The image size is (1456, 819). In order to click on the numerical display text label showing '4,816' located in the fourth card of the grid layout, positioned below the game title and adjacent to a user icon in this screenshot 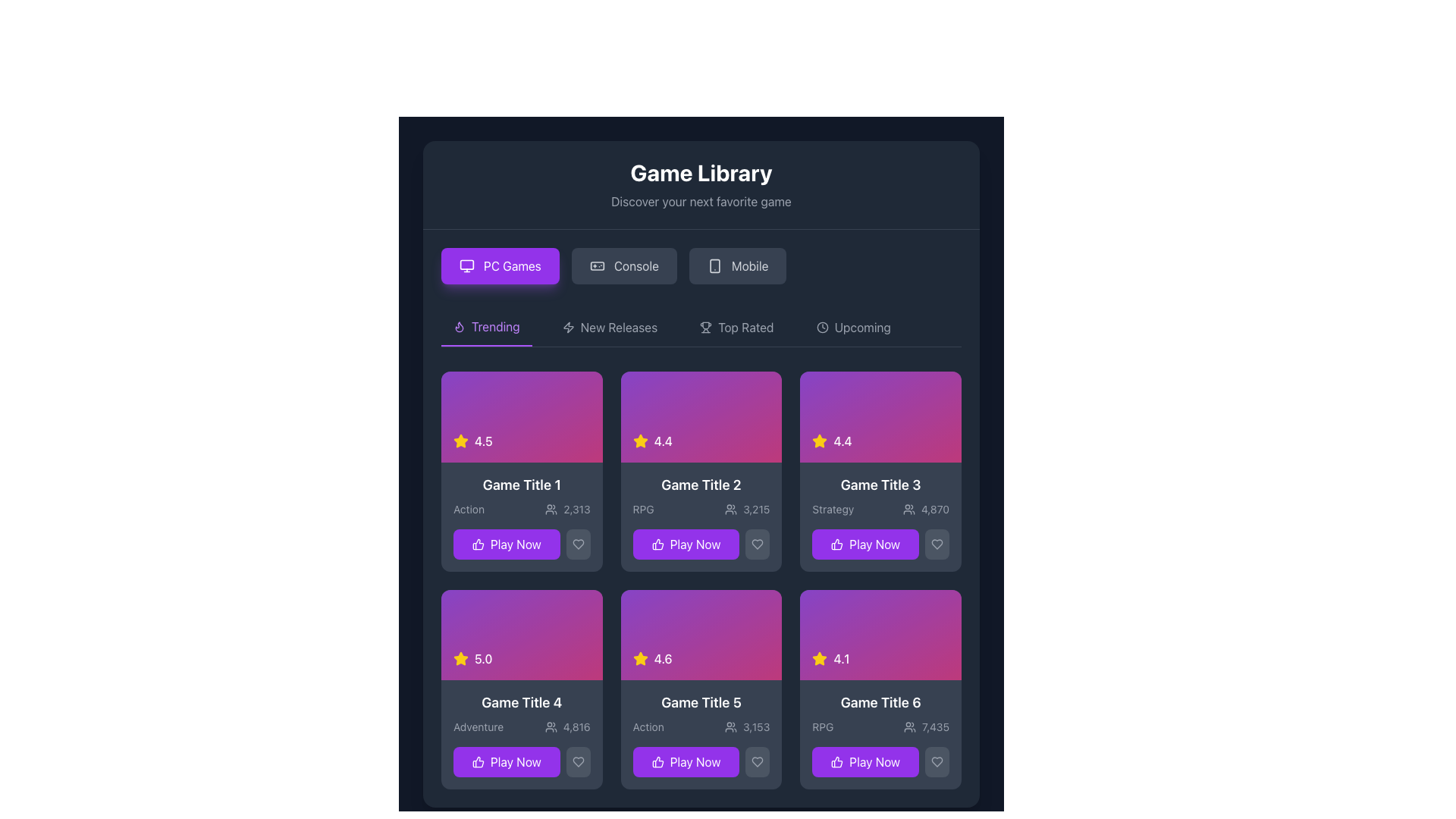, I will do `click(566, 726)`.